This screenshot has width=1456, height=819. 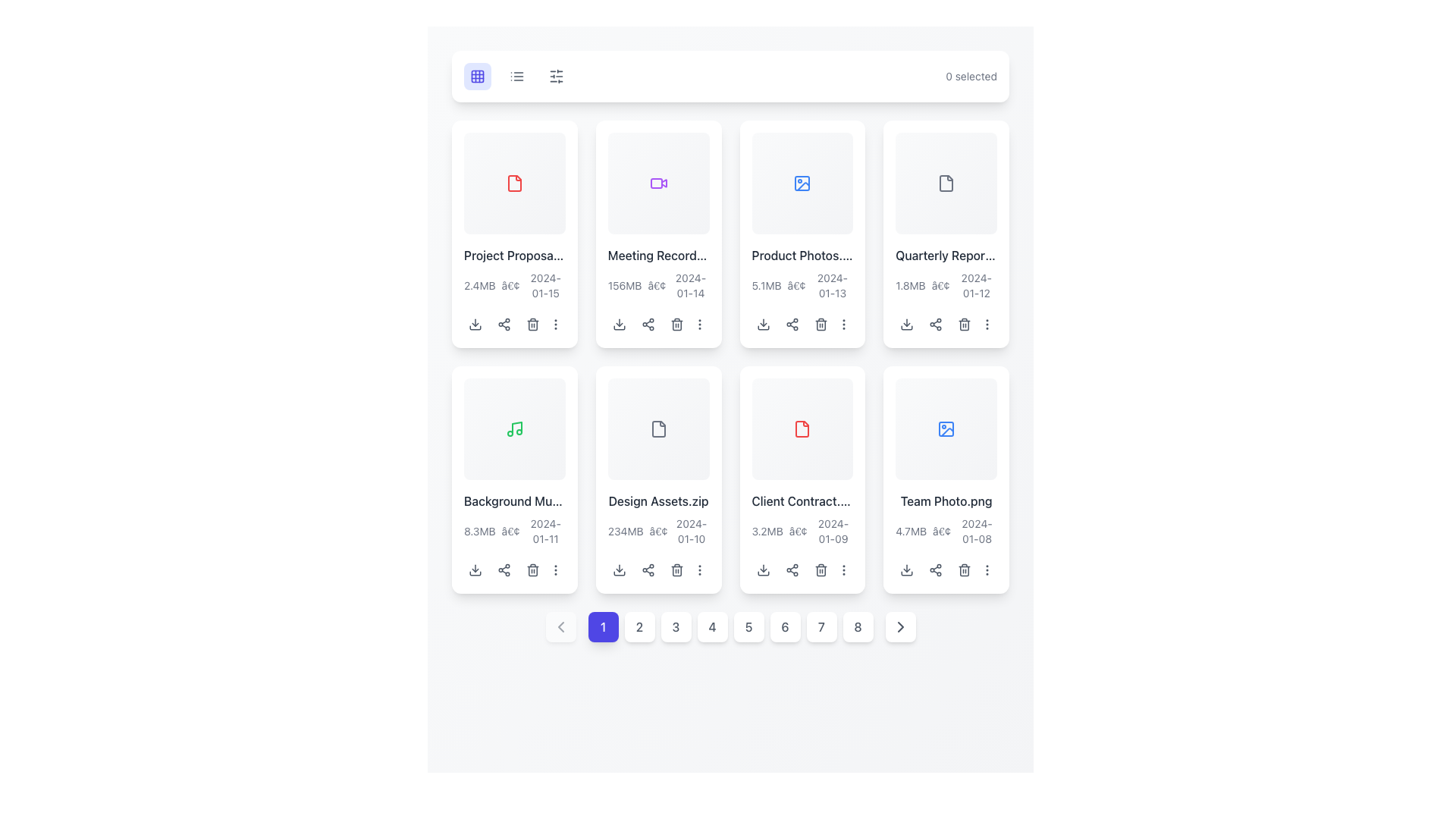 What do you see at coordinates (802, 182) in the screenshot?
I see `the icon located centrally in the upper region of the card titled 'Product Photos'` at bounding box center [802, 182].